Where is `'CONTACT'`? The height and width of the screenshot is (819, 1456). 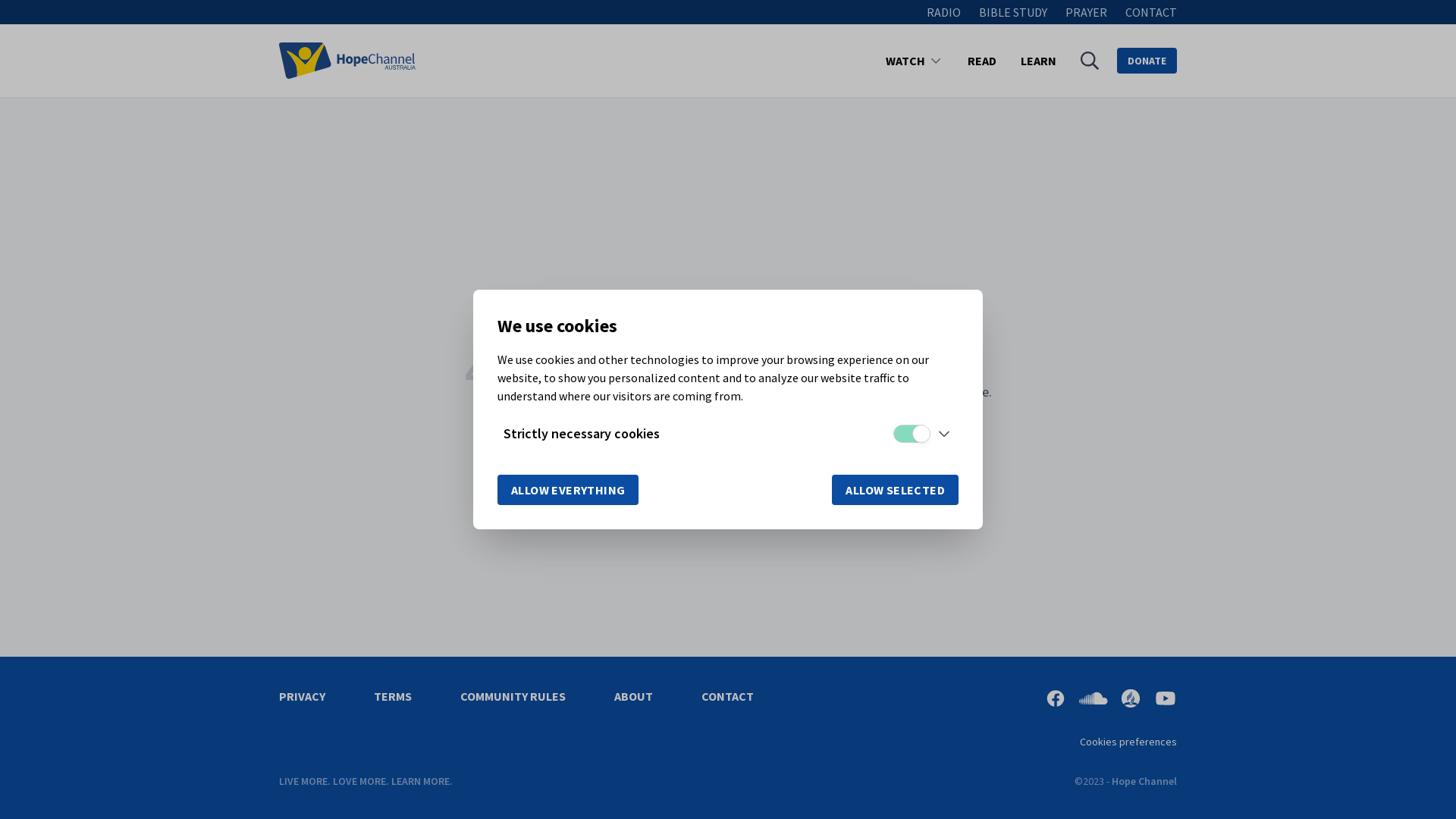 'CONTACT' is located at coordinates (726, 696).